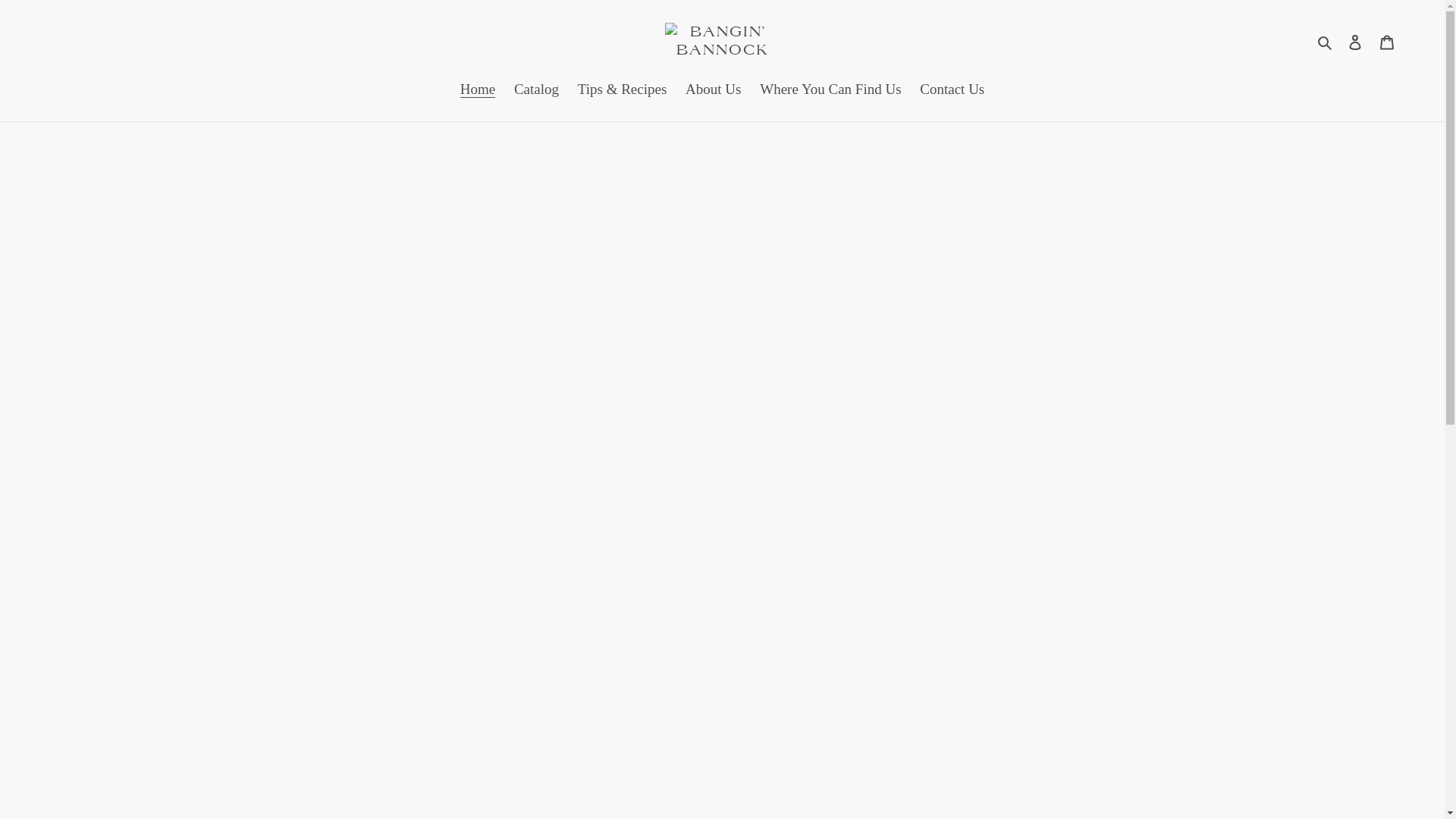 The width and height of the screenshot is (1456, 819). What do you see at coordinates (1339, 40) in the screenshot?
I see `'Log in'` at bounding box center [1339, 40].